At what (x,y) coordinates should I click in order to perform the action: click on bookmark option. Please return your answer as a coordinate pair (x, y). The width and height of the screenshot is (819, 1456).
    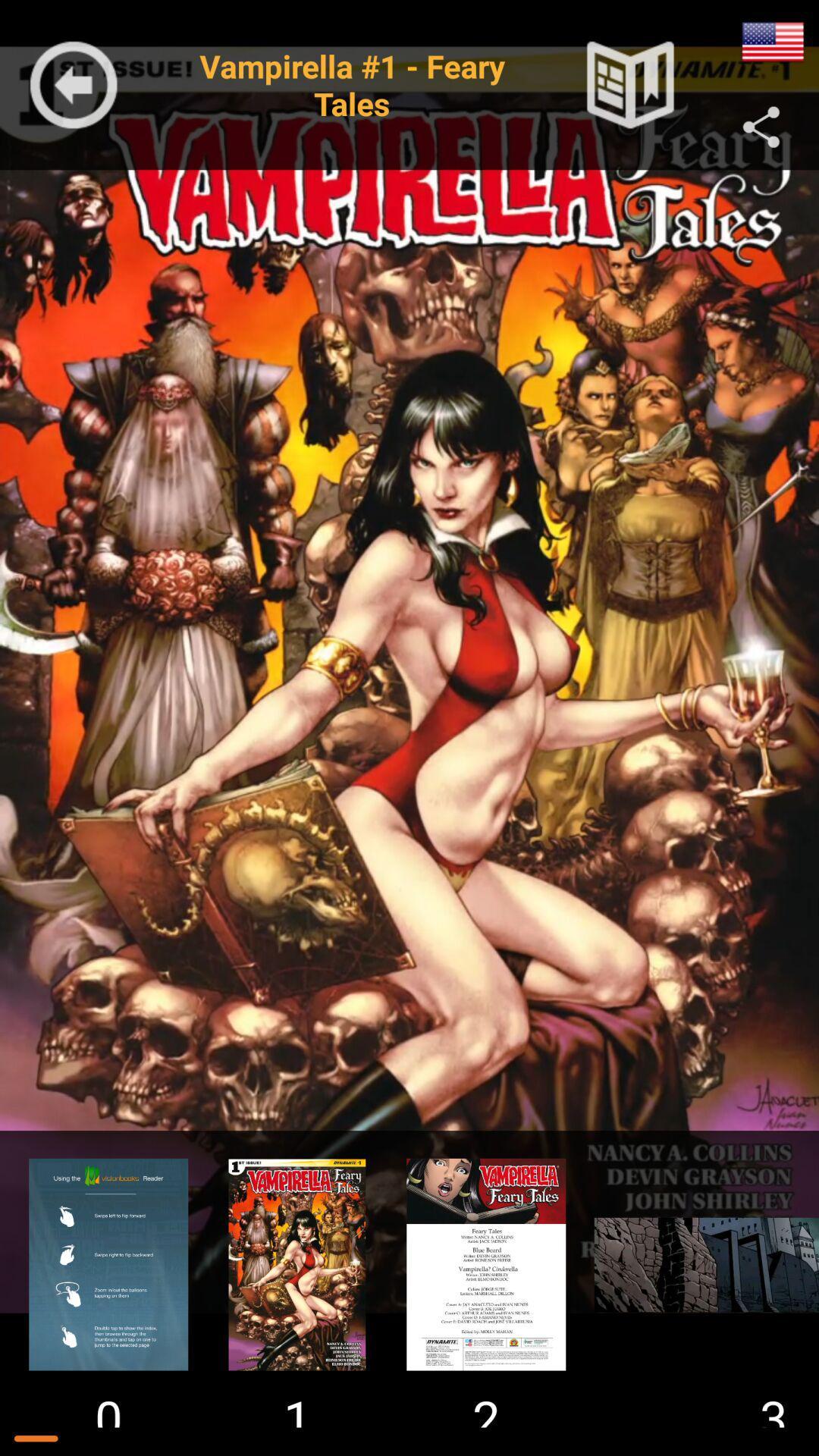
    Looking at the image, I should click on (630, 84).